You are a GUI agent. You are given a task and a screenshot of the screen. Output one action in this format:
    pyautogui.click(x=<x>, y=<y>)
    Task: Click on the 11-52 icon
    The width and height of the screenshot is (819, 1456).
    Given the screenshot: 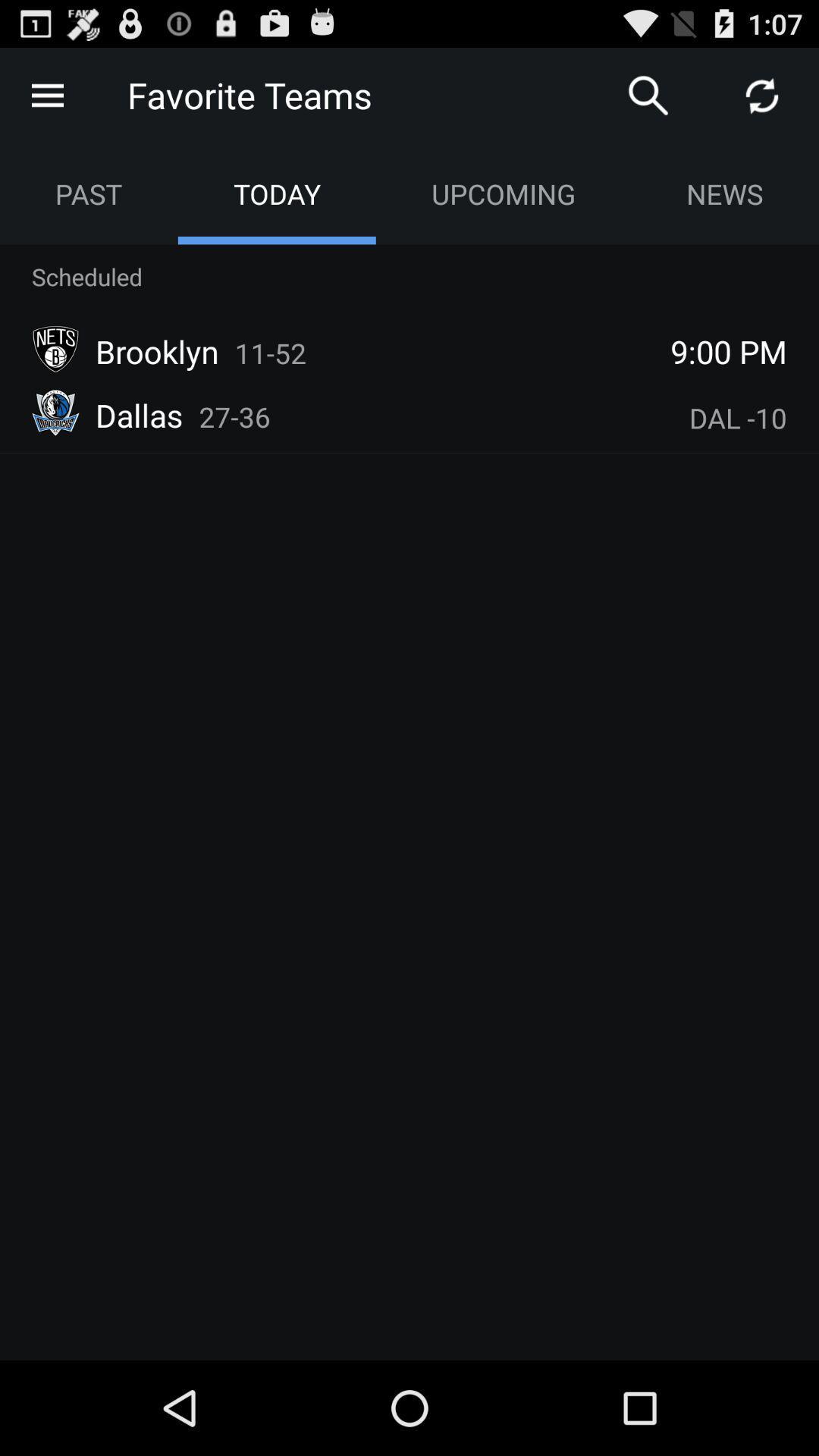 What is the action you would take?
    pyautogui.click(x=270, y=352)
    